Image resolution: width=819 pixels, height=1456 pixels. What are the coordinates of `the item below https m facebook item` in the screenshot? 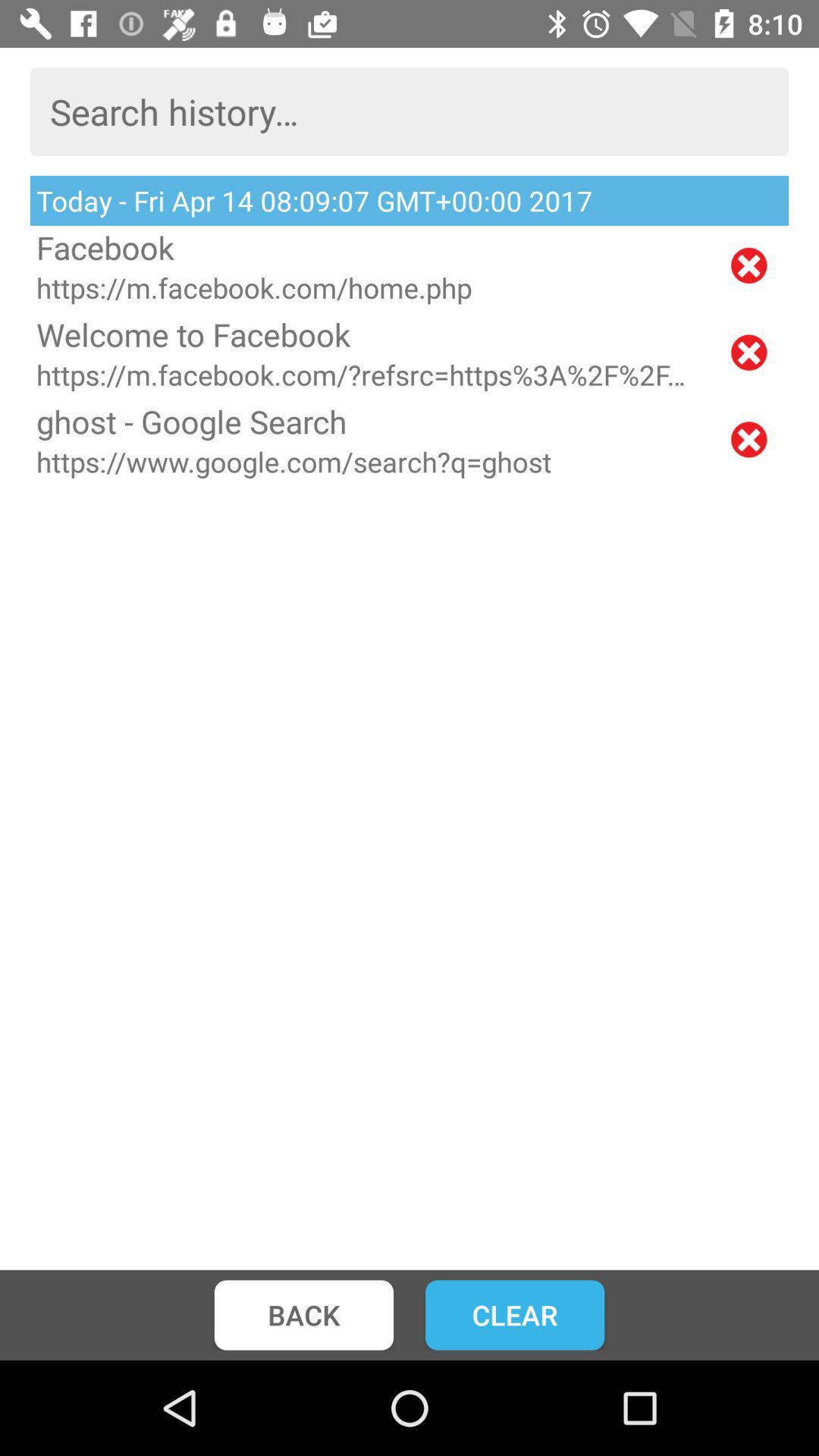 It's located at (369, 334).